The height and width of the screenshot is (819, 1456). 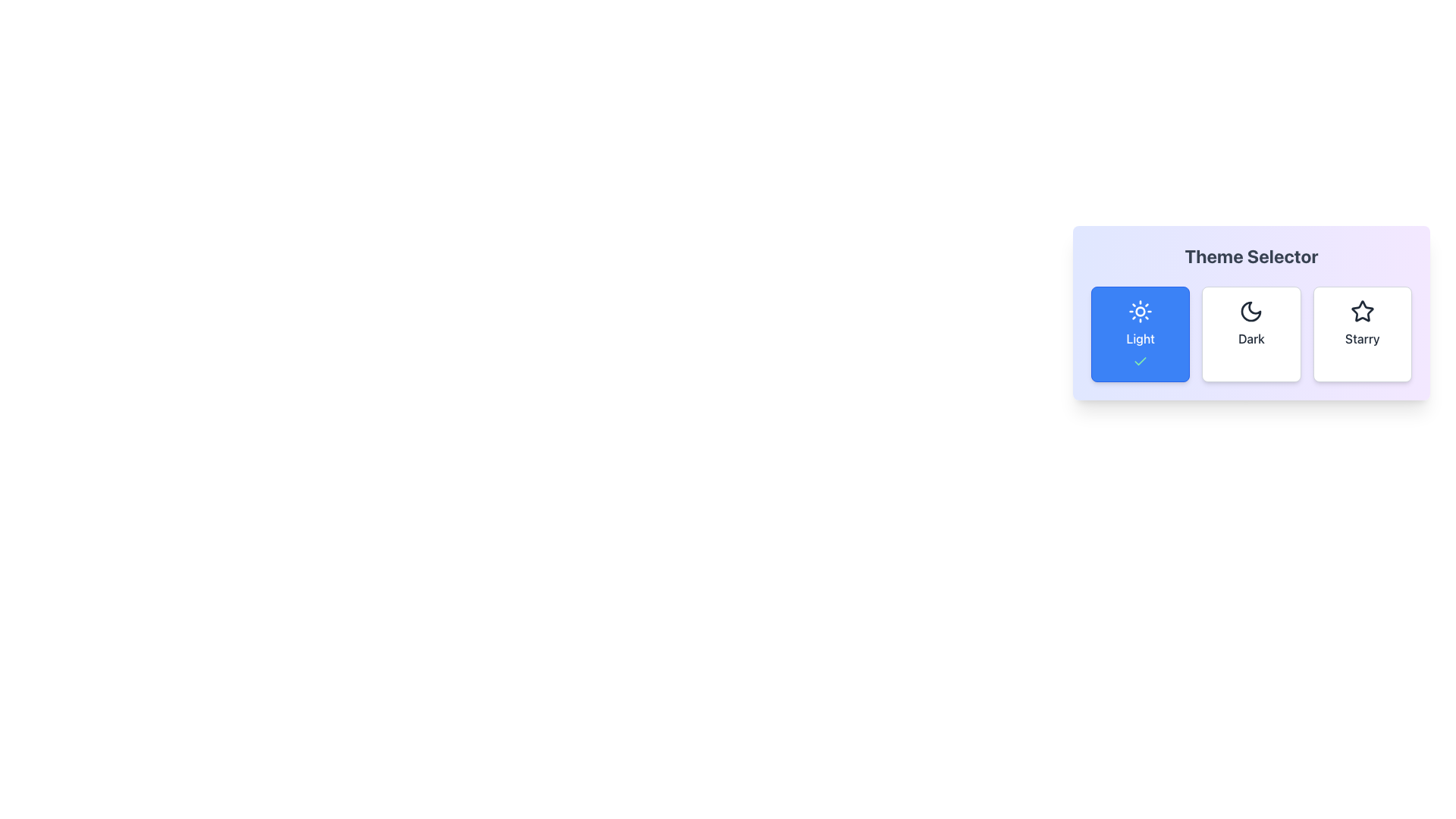 What do you see at coordinates (1251, 312) in the screenshot?
I see `one of the theme options within the 'Theme Selector' card-like component, which displays options 'Light', 'Dark', and 'Starry'` at bounding box center [1251, 312].